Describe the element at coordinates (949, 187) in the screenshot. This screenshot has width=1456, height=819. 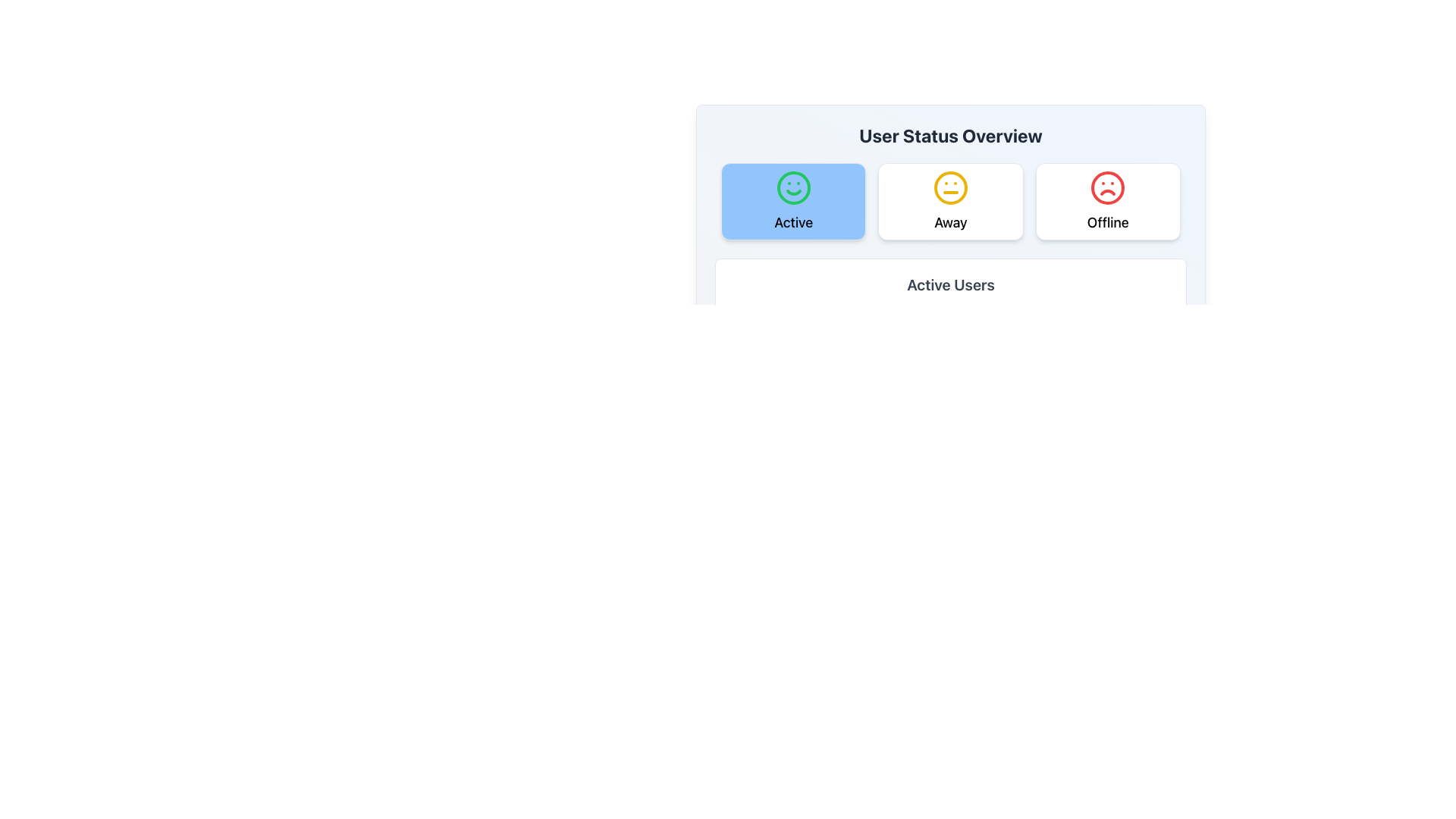
I see `the status representation of the yellow circular face icon with a neutral expression, positioned in the middle of the user status options` at that location.